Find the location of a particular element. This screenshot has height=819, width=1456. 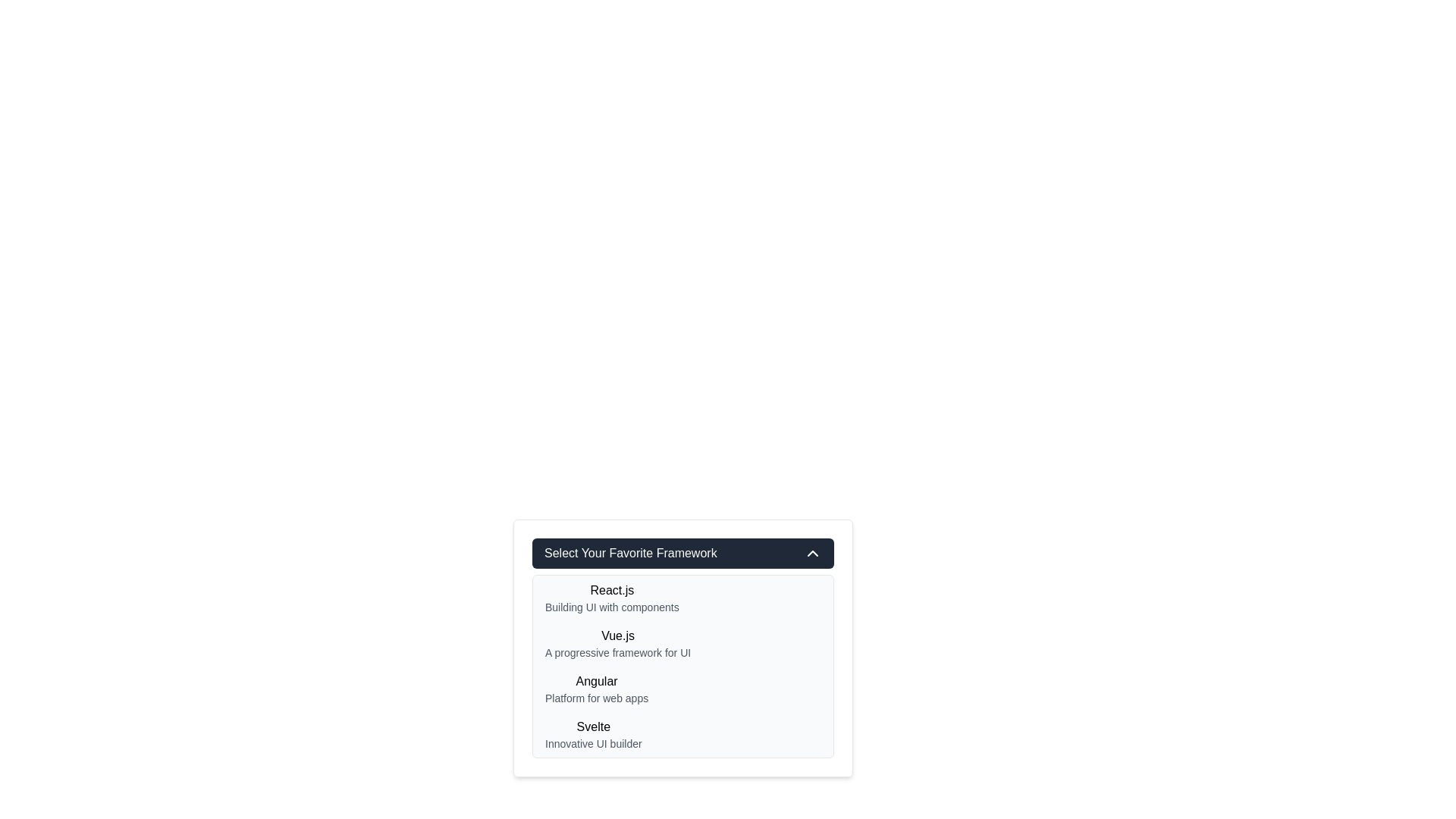

the informative list item element that contains 'Angular' in bold and 'Platform for web apps' in smaller text, located near the center-bottom of the drop-down panel is located at coordinates (596, 689).